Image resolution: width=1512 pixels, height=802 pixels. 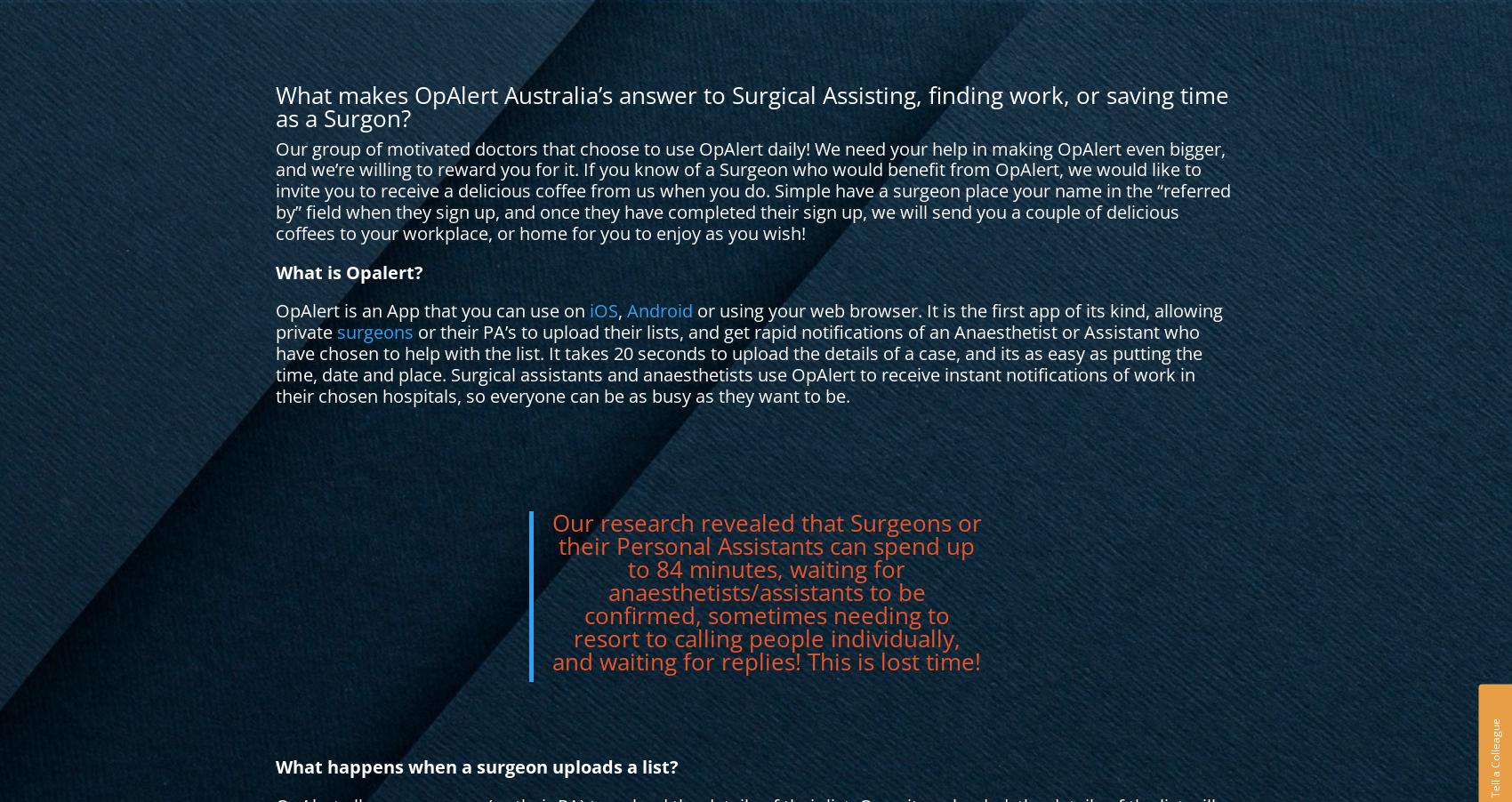 What do you see at coordinates (737, 363) in the screenshot?
I see `'or their PA’s to upload their lists, and get rapid notifications of an Anaesthetist or Assistant who have chosen to help with the list. It takes 20 seconds to upload the details of a case, and its as easy as putting the time, date and place. Surgical assistants and anaesthetists use OpAlert to receive instant notifications of work in their chosen hospitals, so everyone can be as busy as they want to be.'` at bounding box center [737, 363].